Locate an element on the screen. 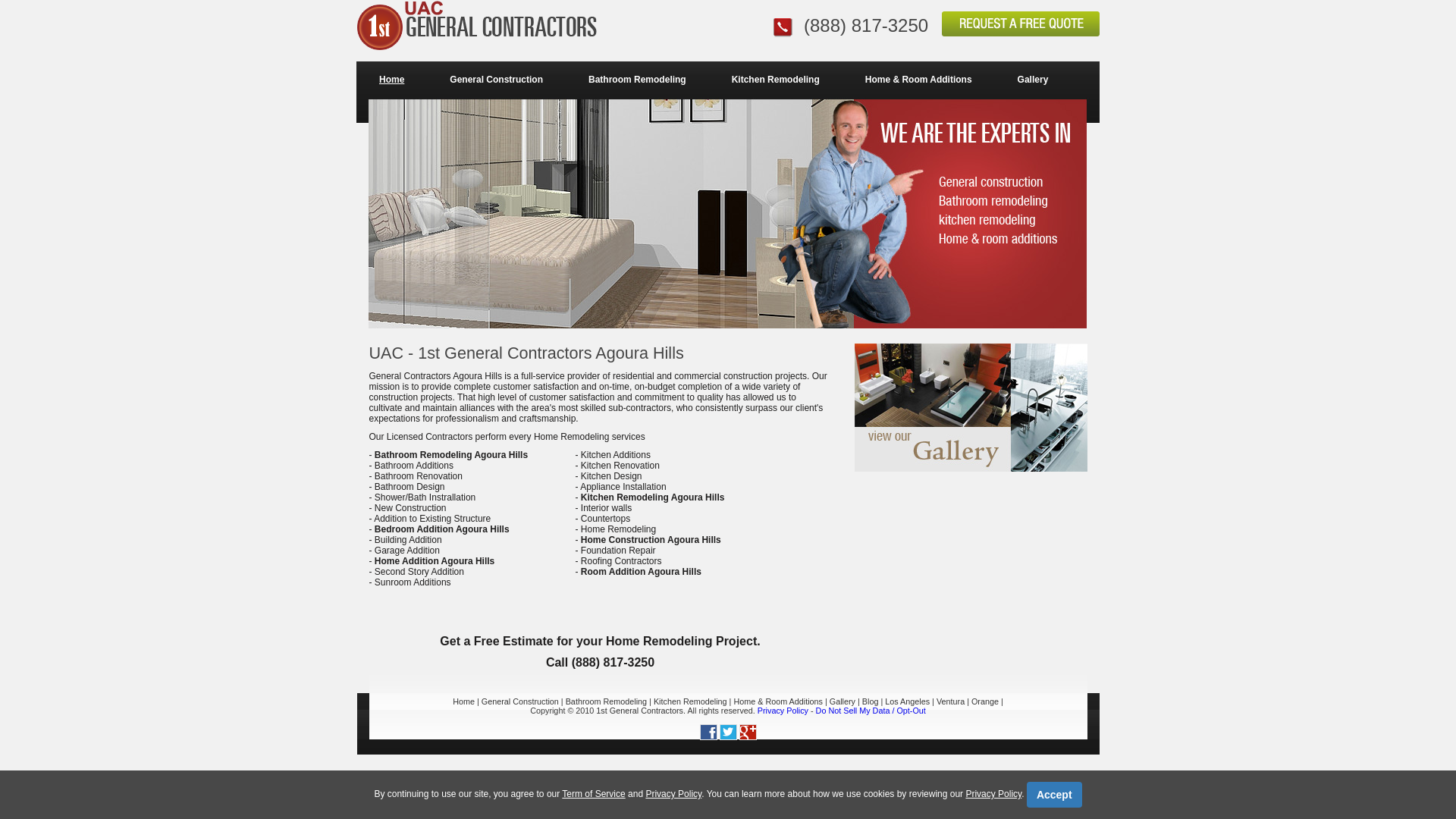 The height and width of the screenshot is (819, 1456). 'Bathroom Remodeling' is located at coordinates (605, 701).